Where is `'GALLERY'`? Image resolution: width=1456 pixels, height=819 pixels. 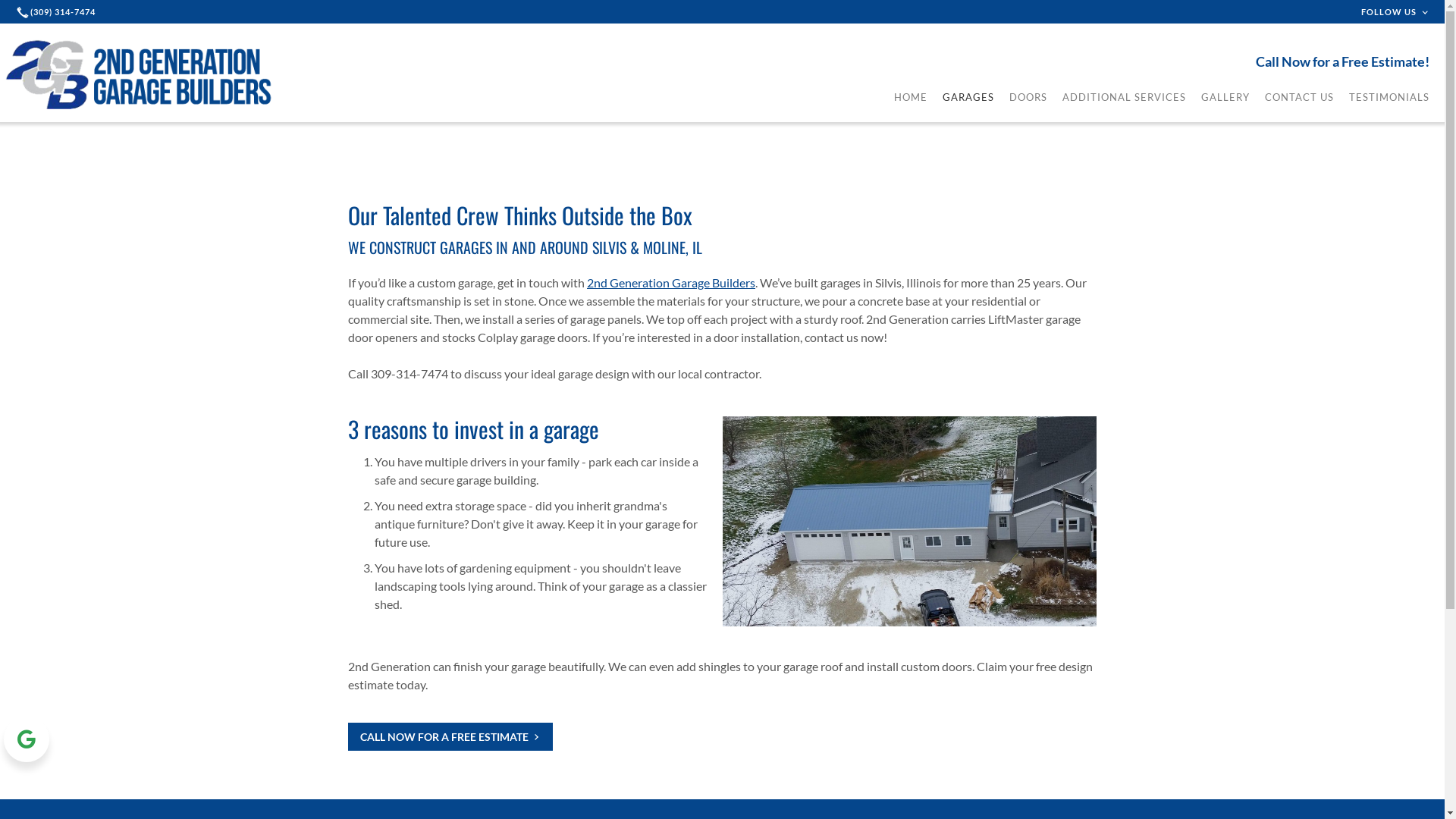 'GALLERY' is located at coordinates (1225, 96).